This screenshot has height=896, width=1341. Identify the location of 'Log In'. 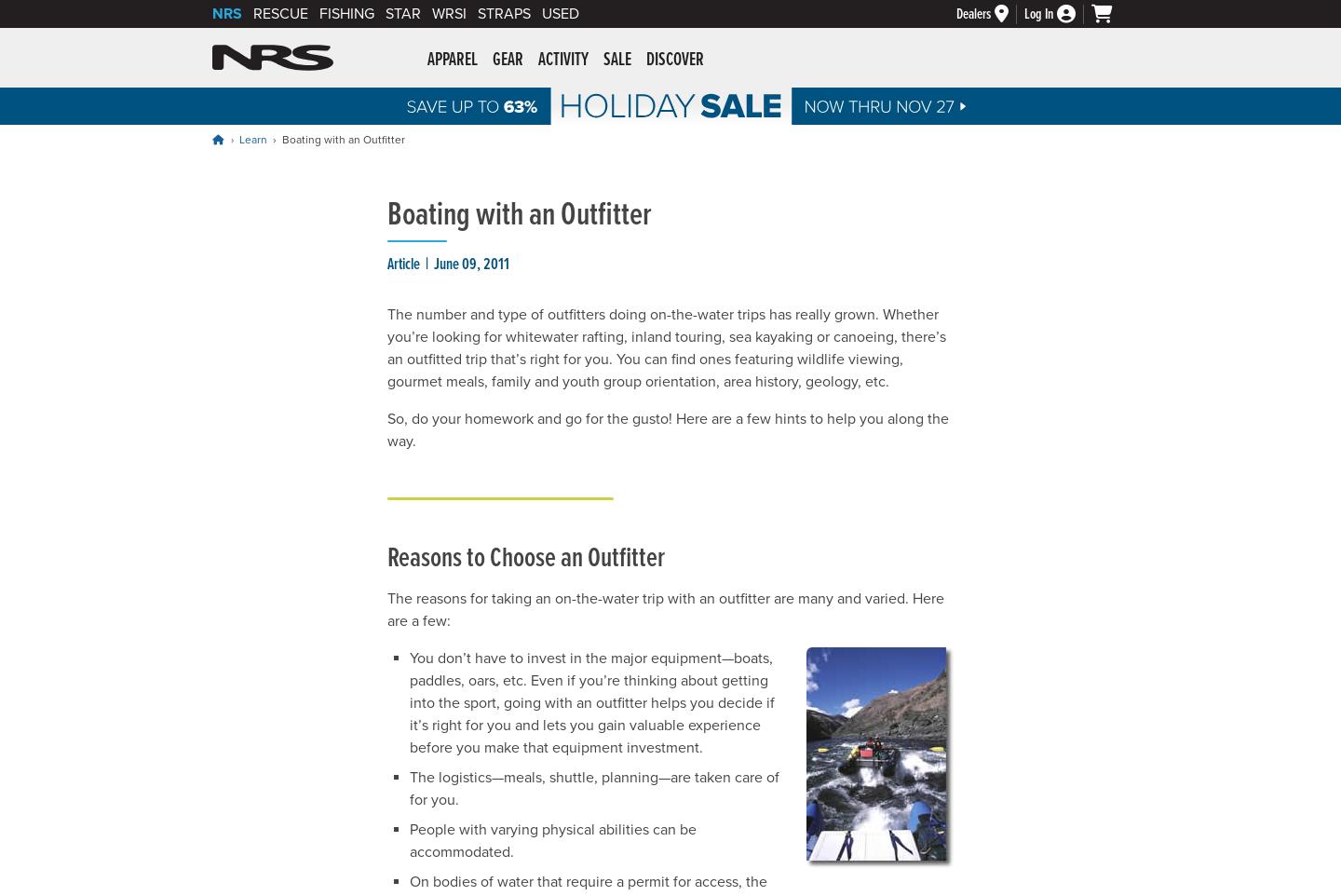
(1037, 12).